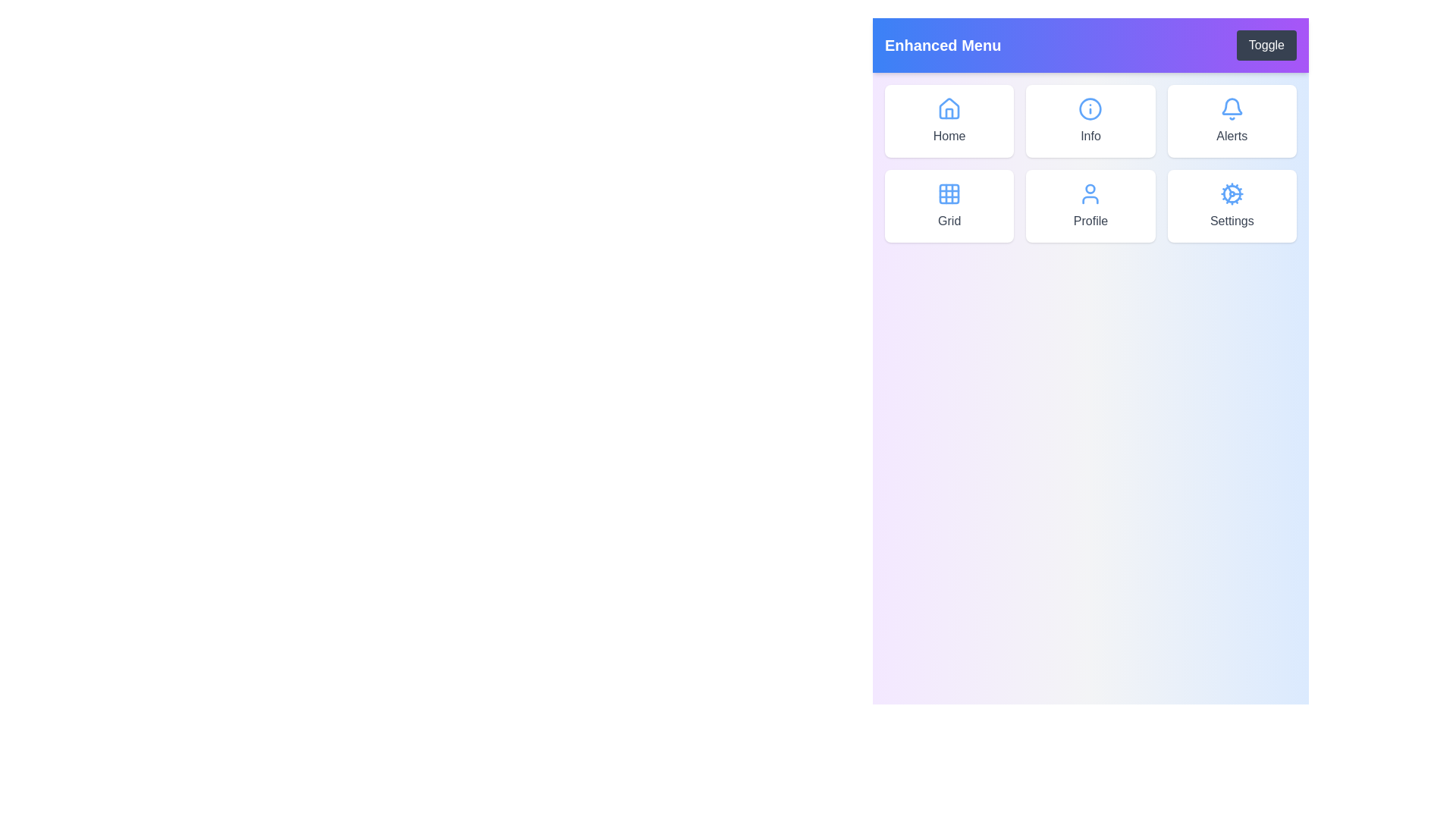 This screenshot has width=1456, height=819. I want to click on the menu item labeled Settings, so click(1231, 206).